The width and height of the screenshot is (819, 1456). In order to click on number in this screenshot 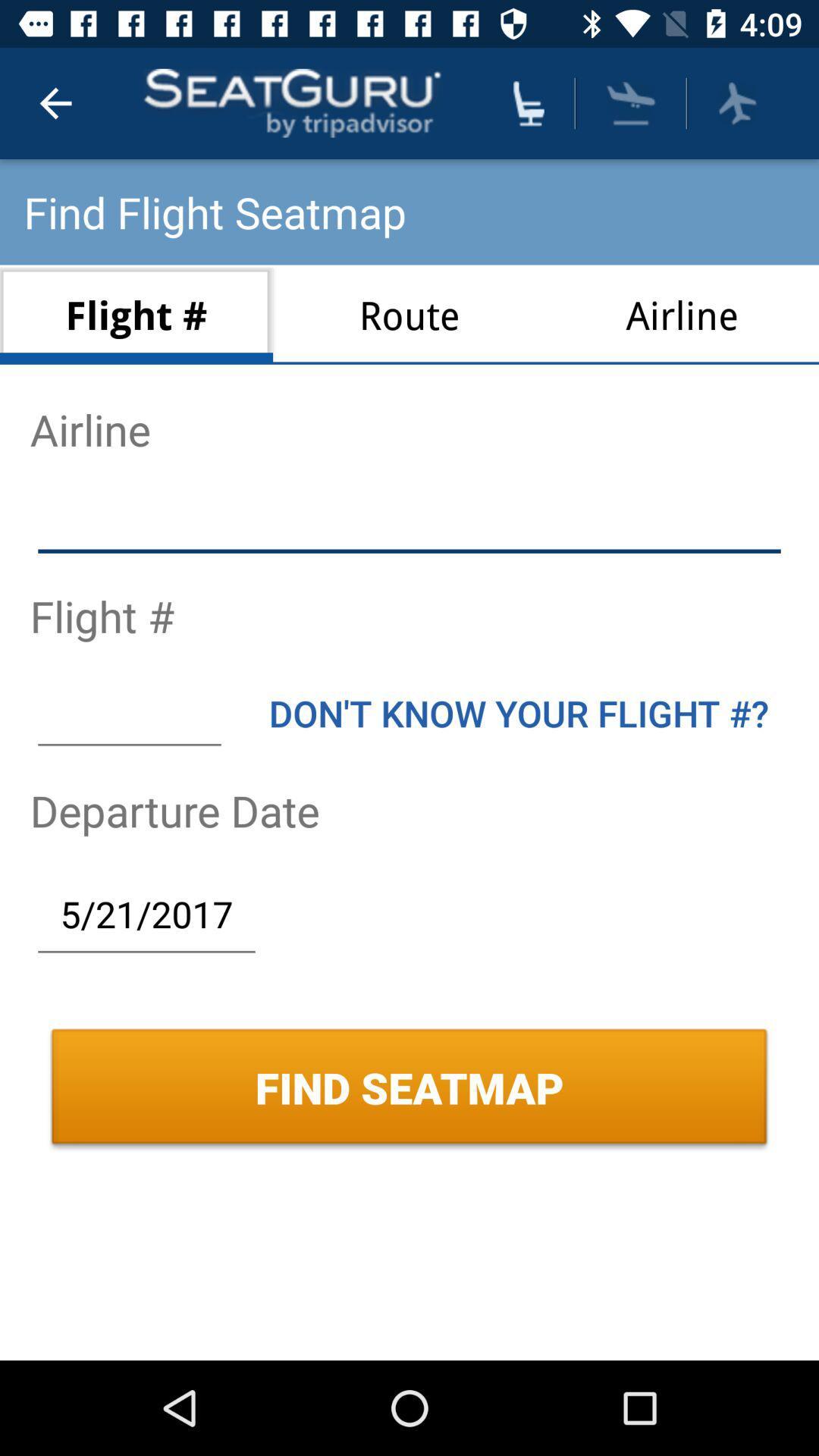, I will do `click(128, 712)`.